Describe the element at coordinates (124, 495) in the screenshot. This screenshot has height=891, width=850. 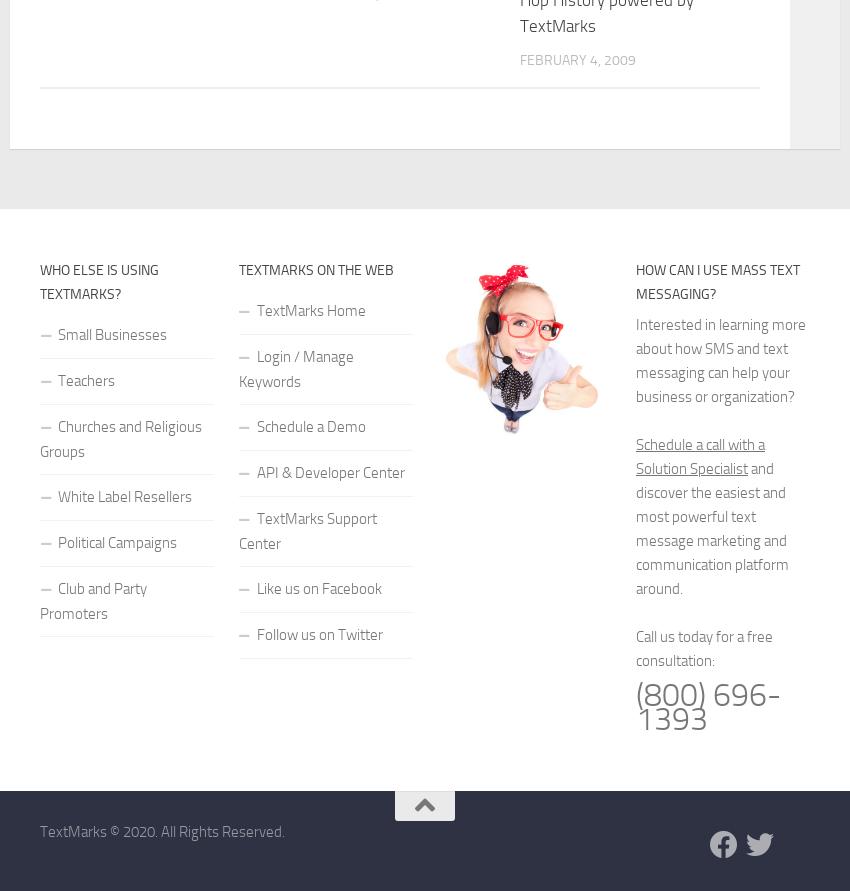
I see `'White Label Resellers'` at that location.